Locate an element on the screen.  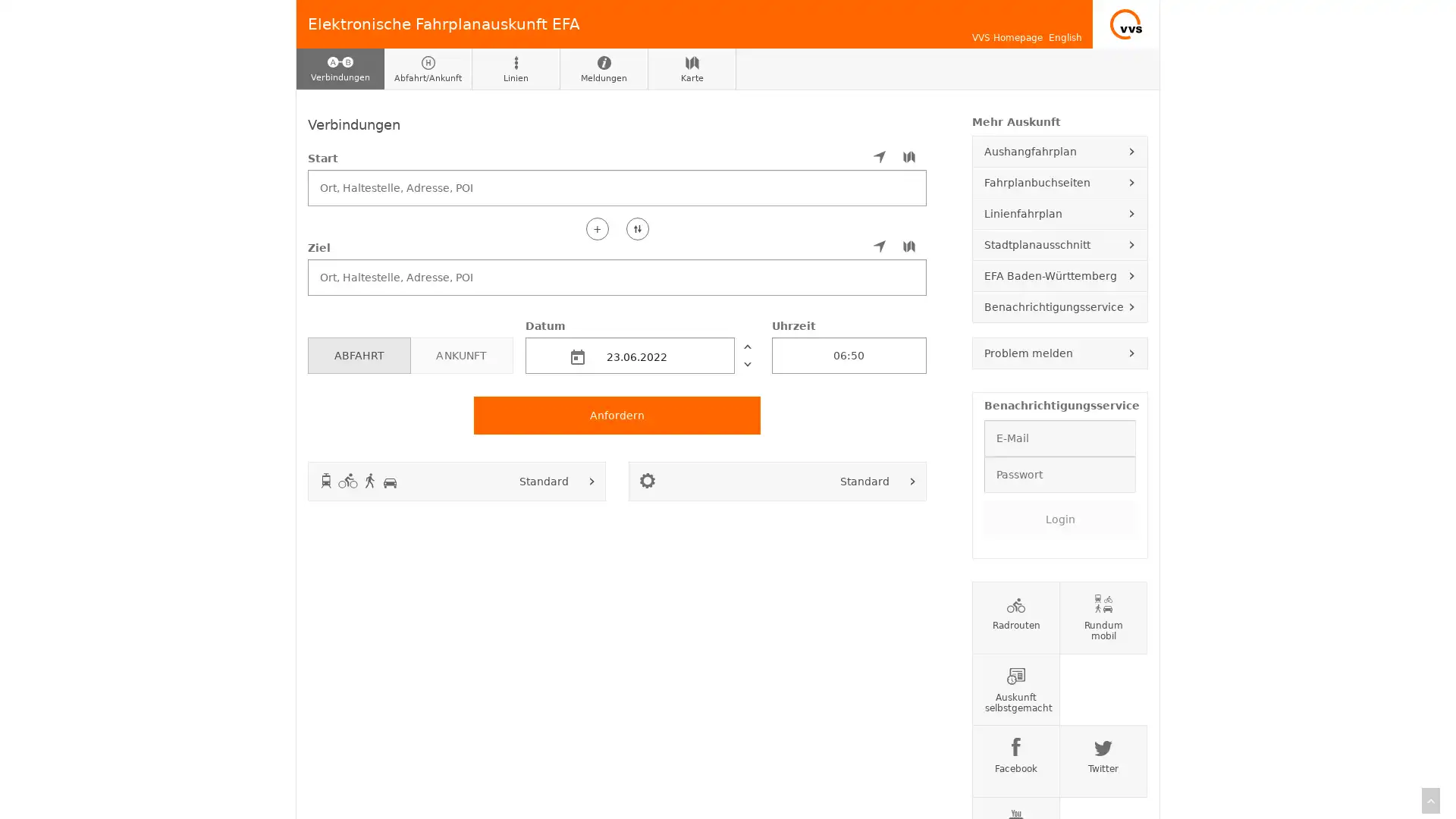
23.06.2022 is located at coordinates (629, 354).